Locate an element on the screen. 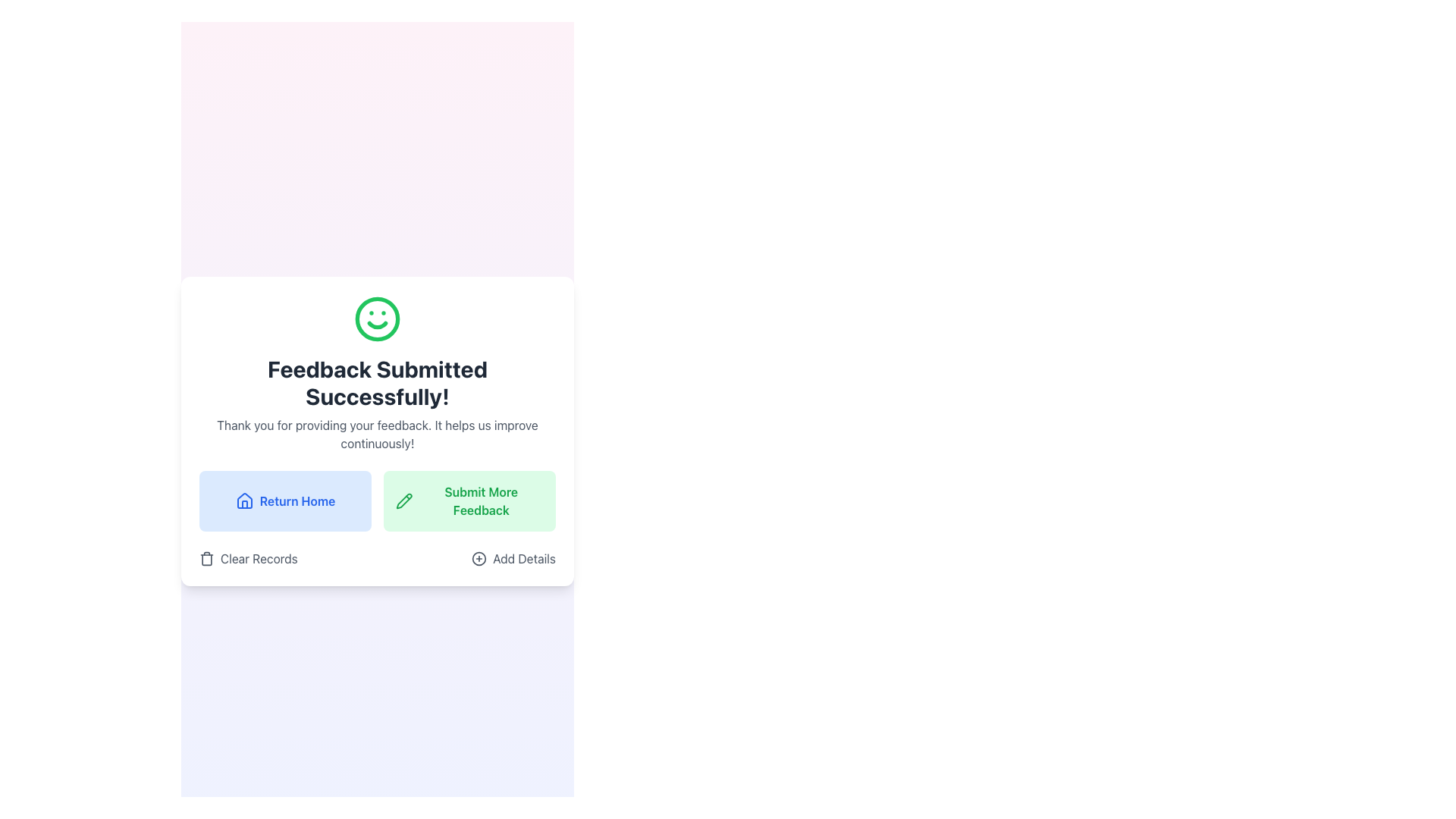 Image resolution: width=1456 pixels, height=819 pixels. either the 'Return Home' or 'Submit More Feedback' button in the two-column grid layout is located at coordinates (378, 500).